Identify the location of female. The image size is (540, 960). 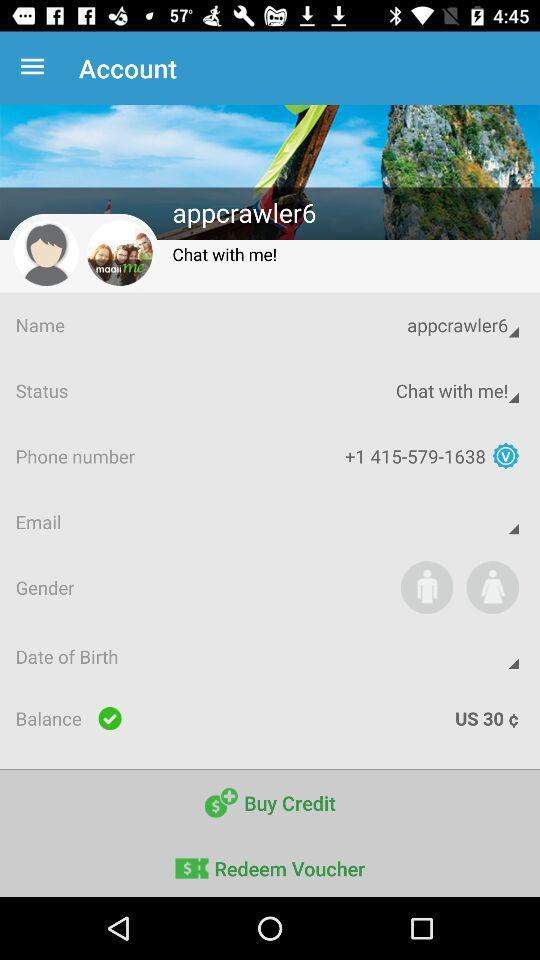
(491, 587).